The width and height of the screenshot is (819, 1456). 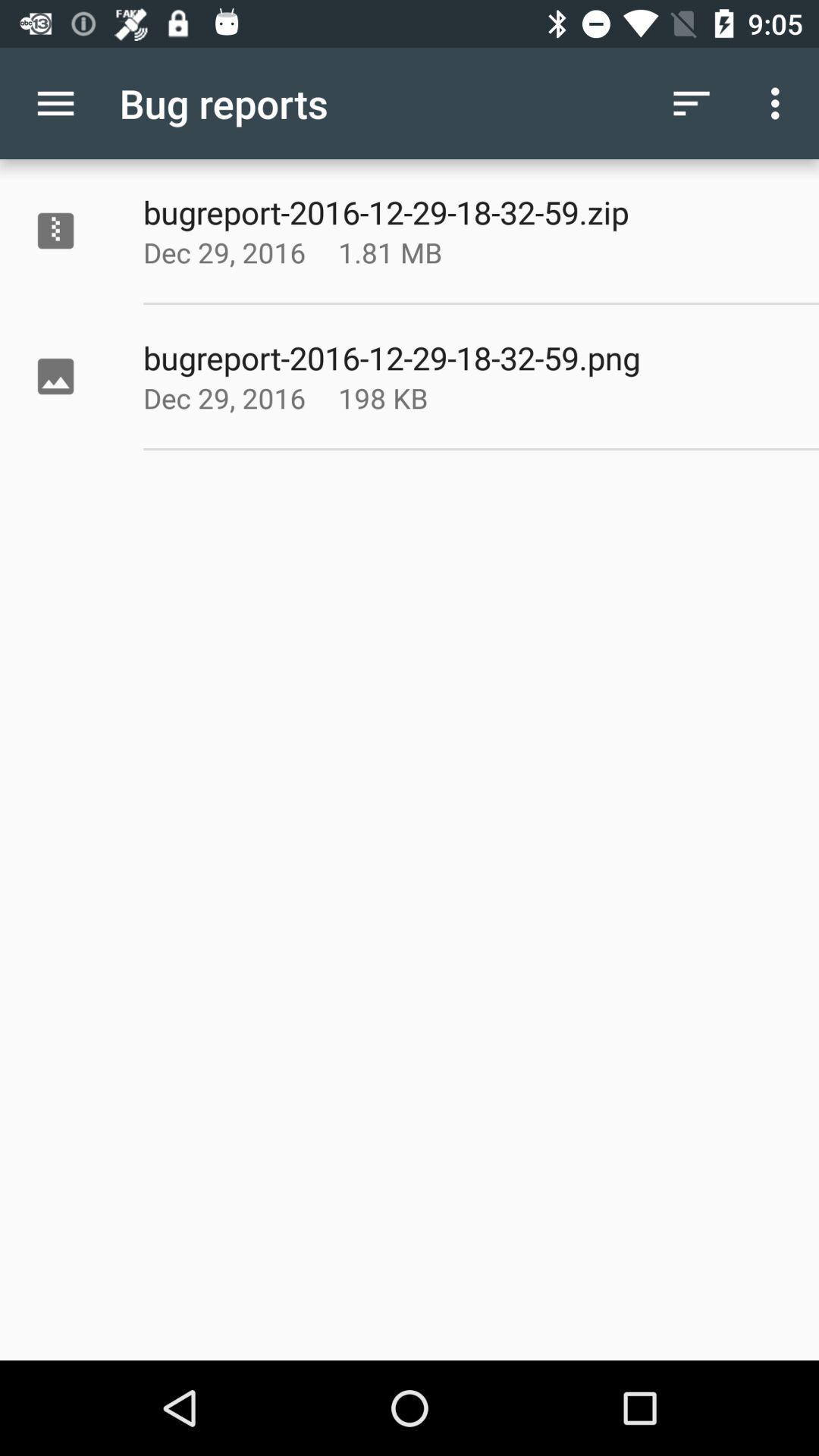 I want to click on 1.81 mb app, so click(x=428, y=252).